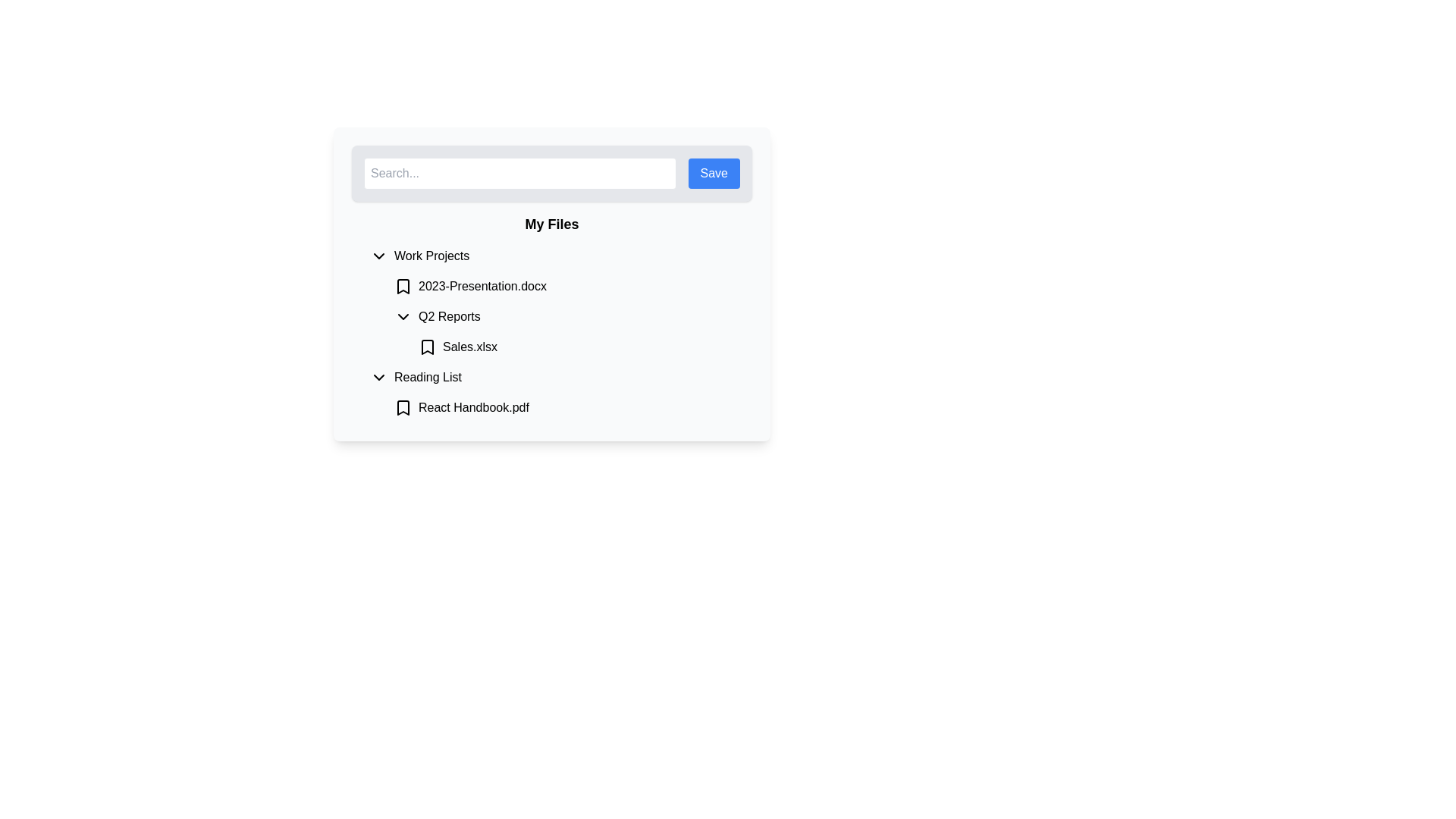  Describe the element at coordinates (378, 376) in the screenshot. I see `the Chevron icon button that points downward, located to the left of the 'Reading List' label in the sidebar` at that location.